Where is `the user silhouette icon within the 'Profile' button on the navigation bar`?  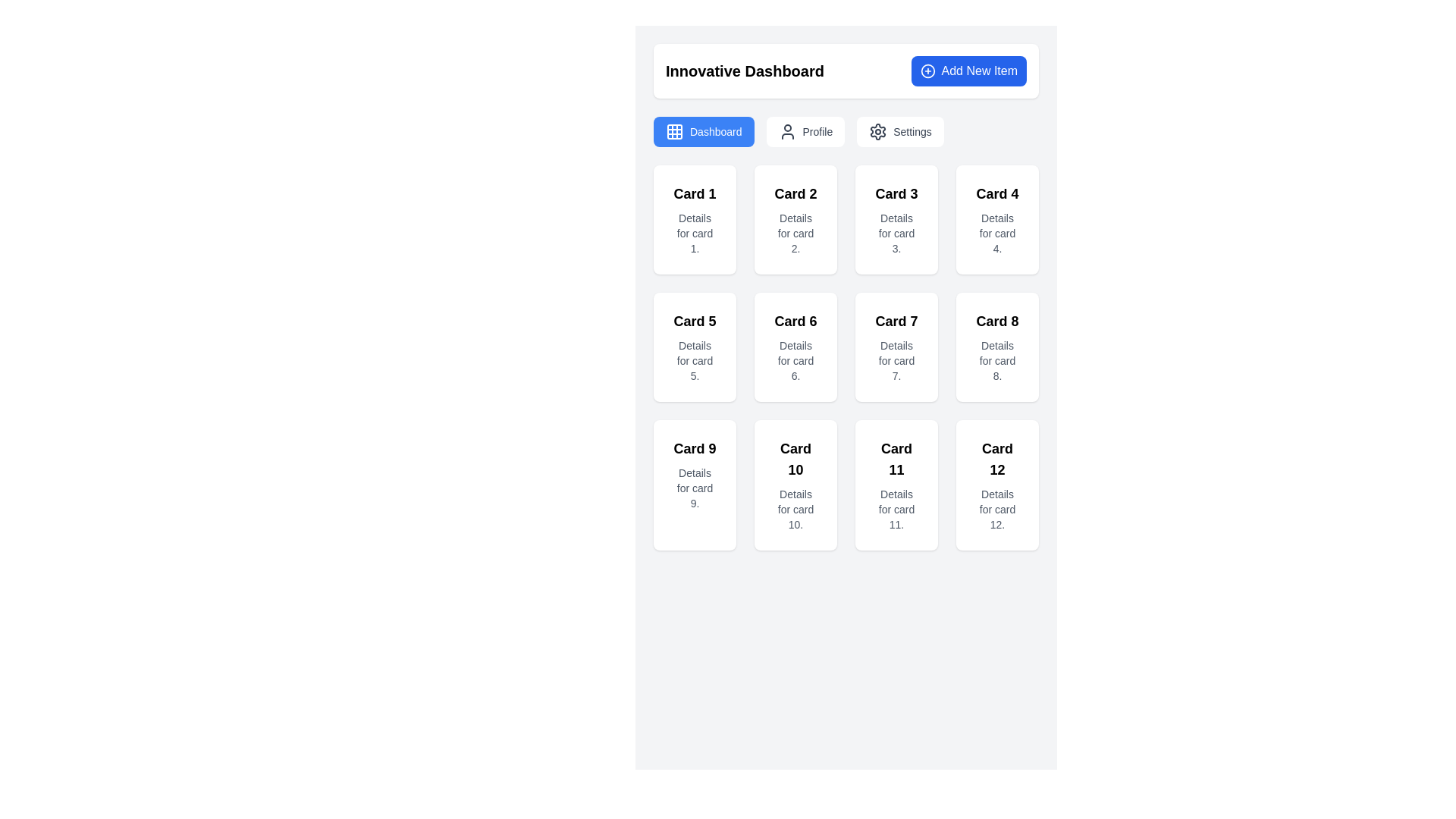 the user silhouette icon within the 'Profile' button on the navigation bar is located at coordinates (787, 130).